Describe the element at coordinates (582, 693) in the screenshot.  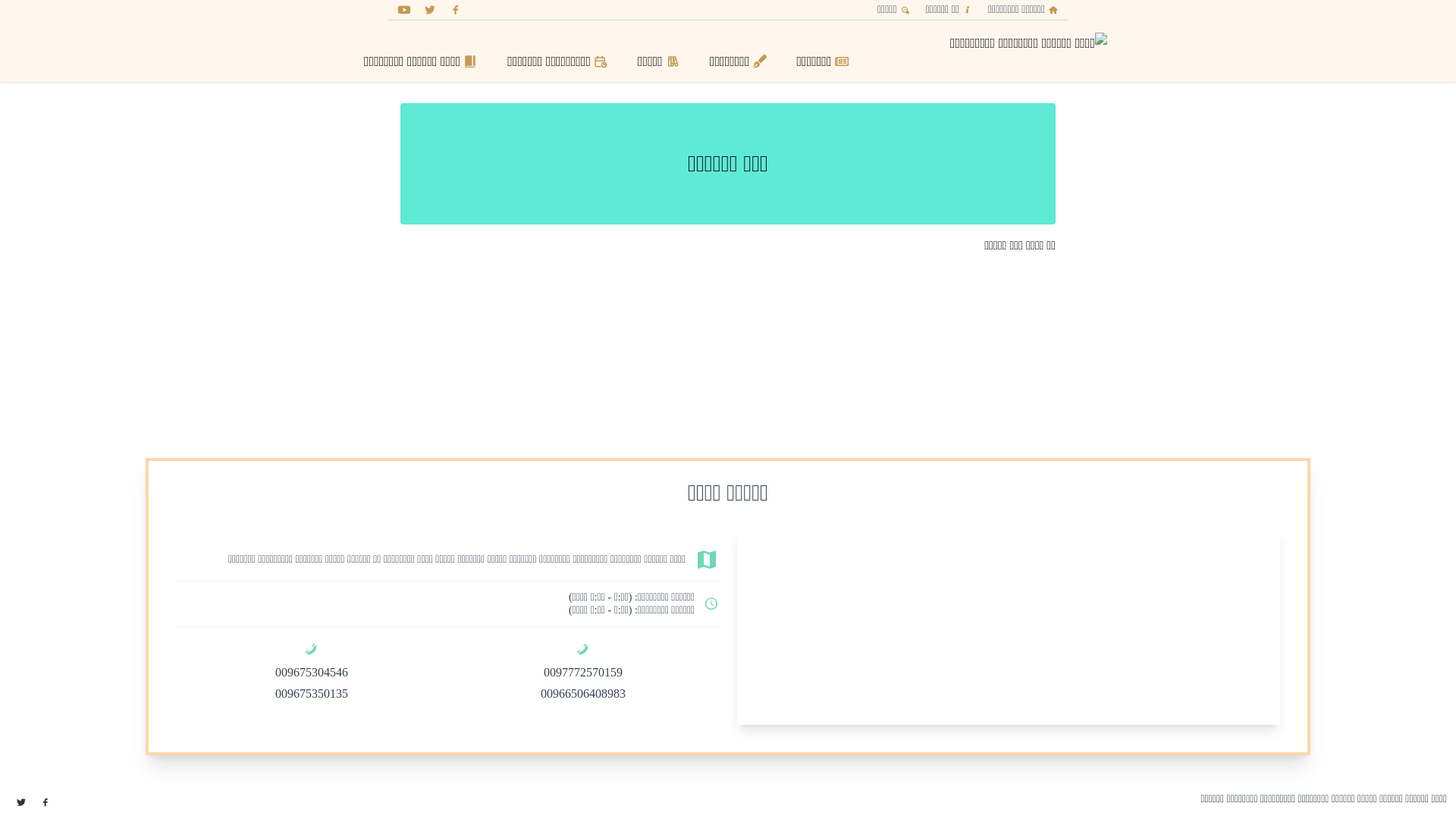
I see `'00966506408983'` at that location.